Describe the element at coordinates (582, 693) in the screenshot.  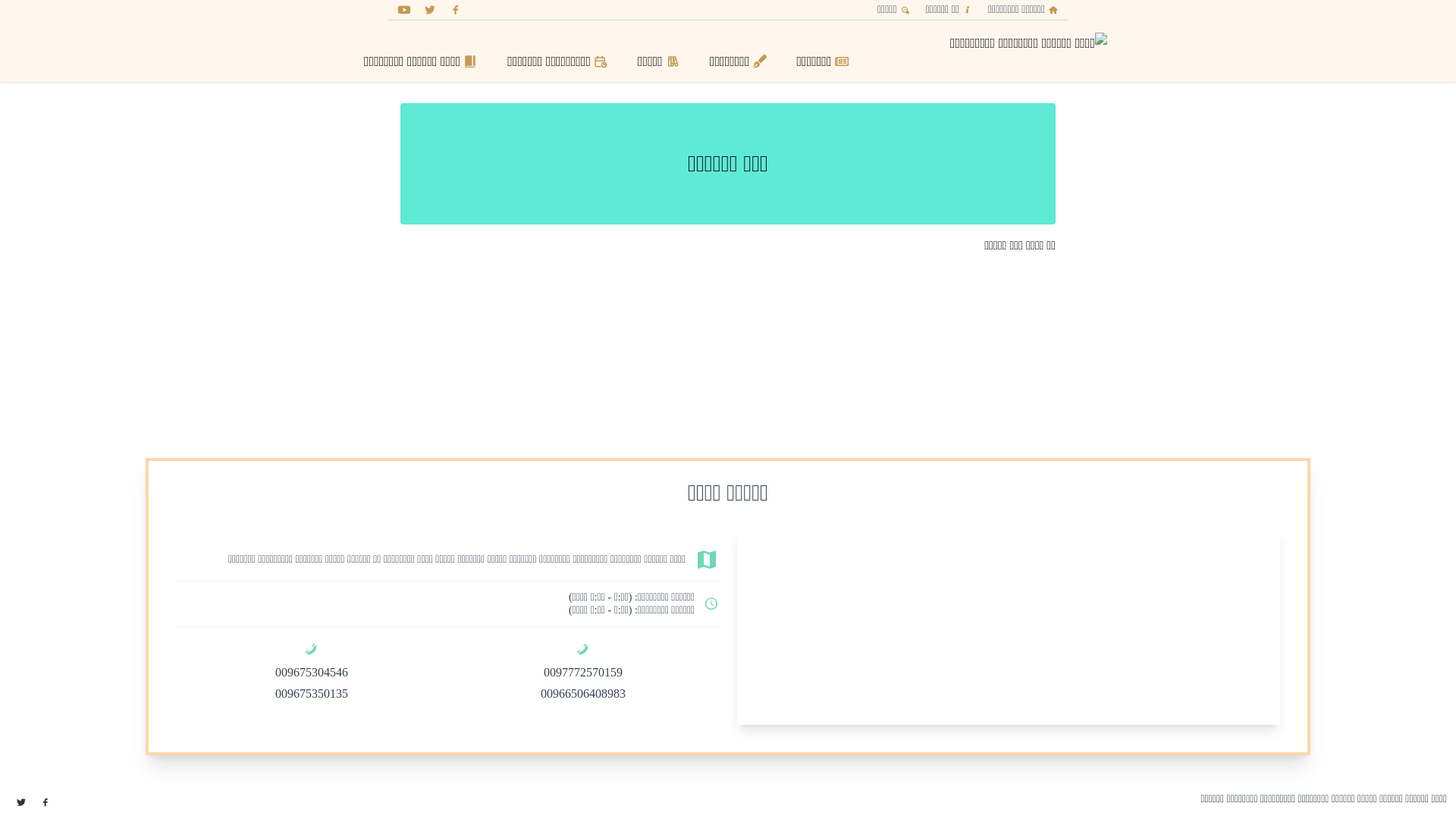
I see `'00966506408983'` at that location.